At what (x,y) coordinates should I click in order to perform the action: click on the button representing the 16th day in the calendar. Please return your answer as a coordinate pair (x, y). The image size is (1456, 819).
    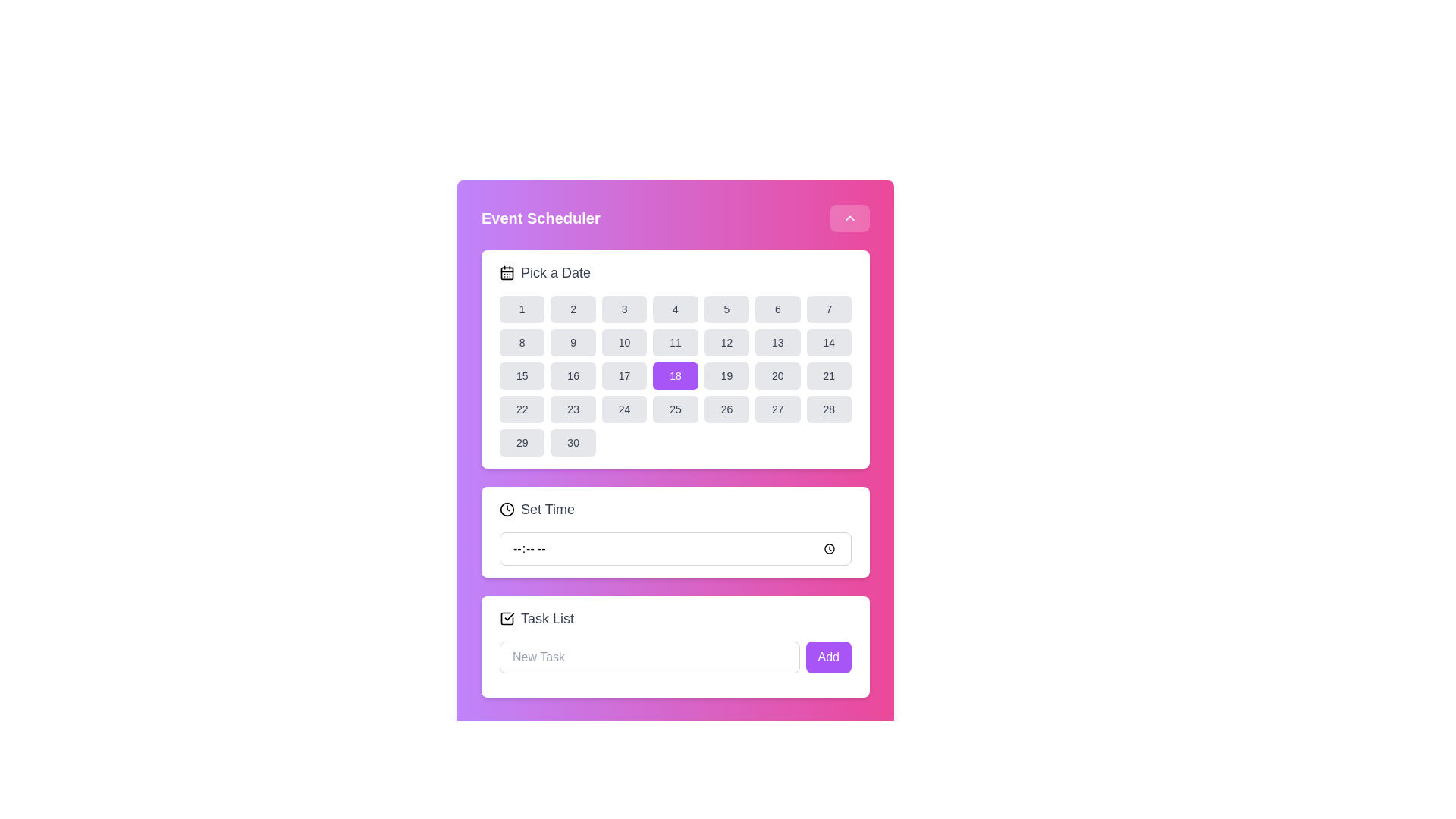
    Looking at the image, I should click on (572, 375).